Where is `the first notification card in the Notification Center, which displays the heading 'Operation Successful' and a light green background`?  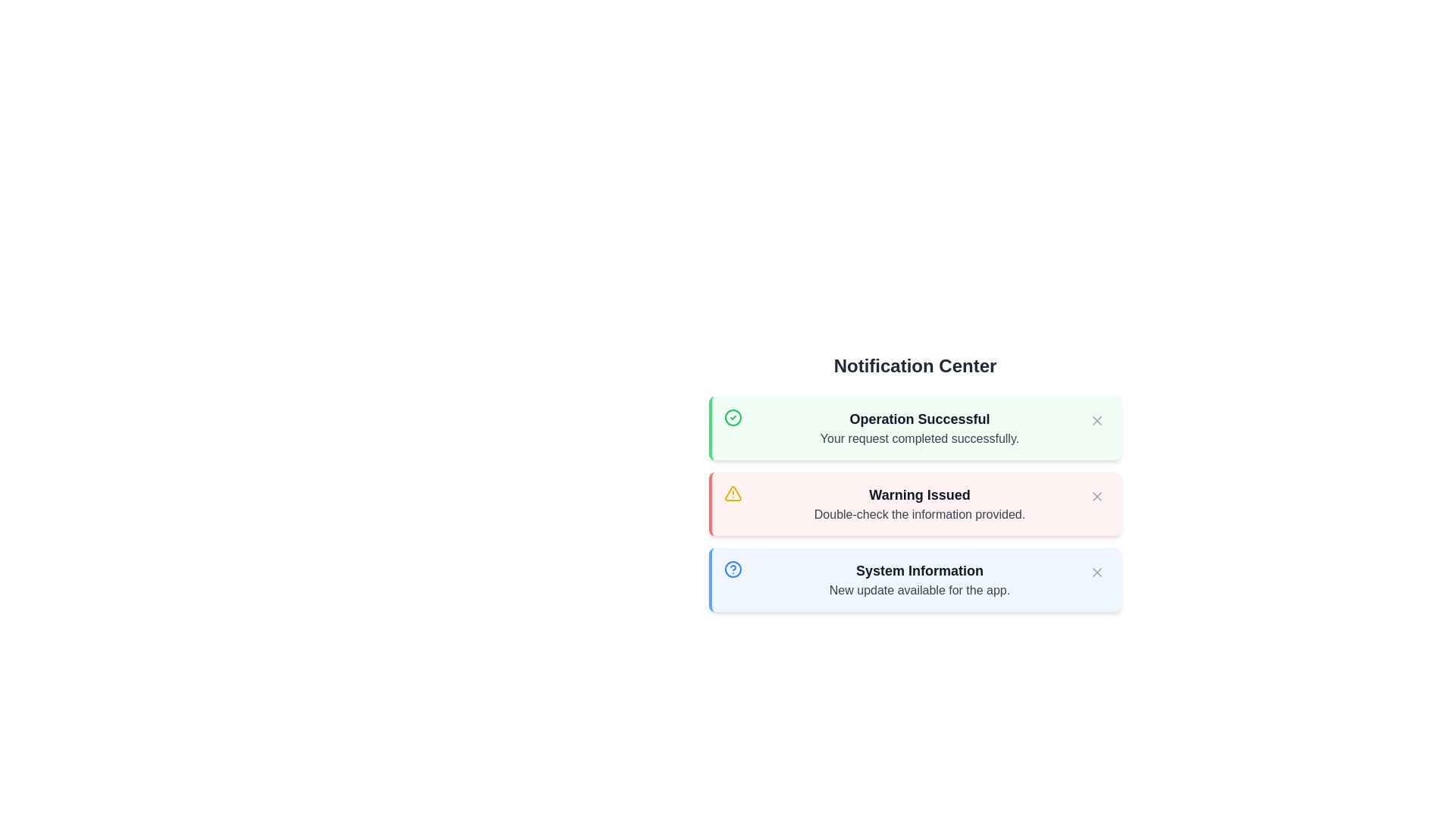 the first notification card in the Notification Center, which displays the heading 'Operation Successful' and a light green background is located at coordinates (914, 428).